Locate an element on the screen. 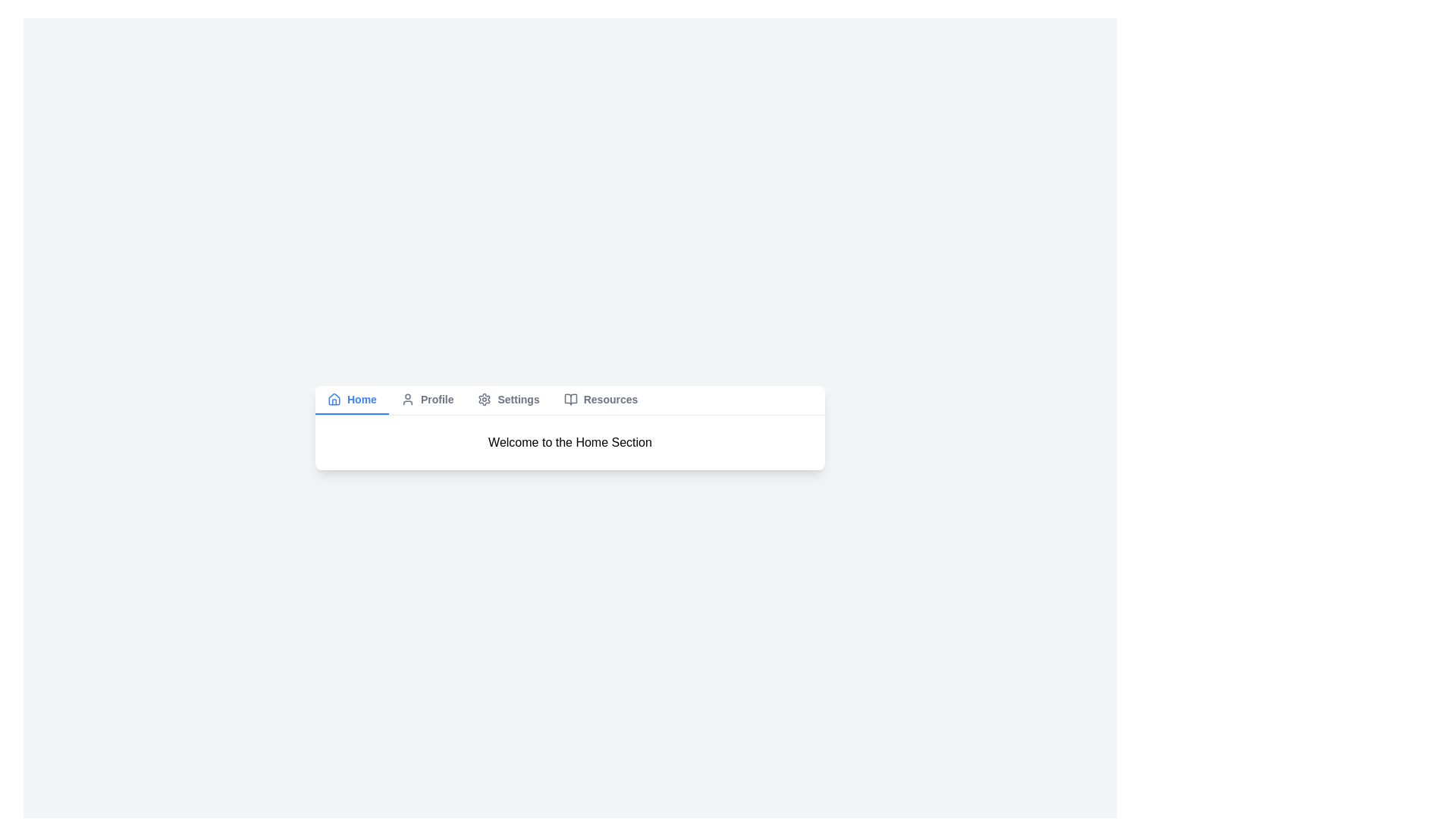 This screenshot has width=1456, height=819. the 'Settings' navigation link located in the horizontal navigation bar below the title 'Home', positioned between 'Profile' and 'Resources' is located at coordinates (519, 398).